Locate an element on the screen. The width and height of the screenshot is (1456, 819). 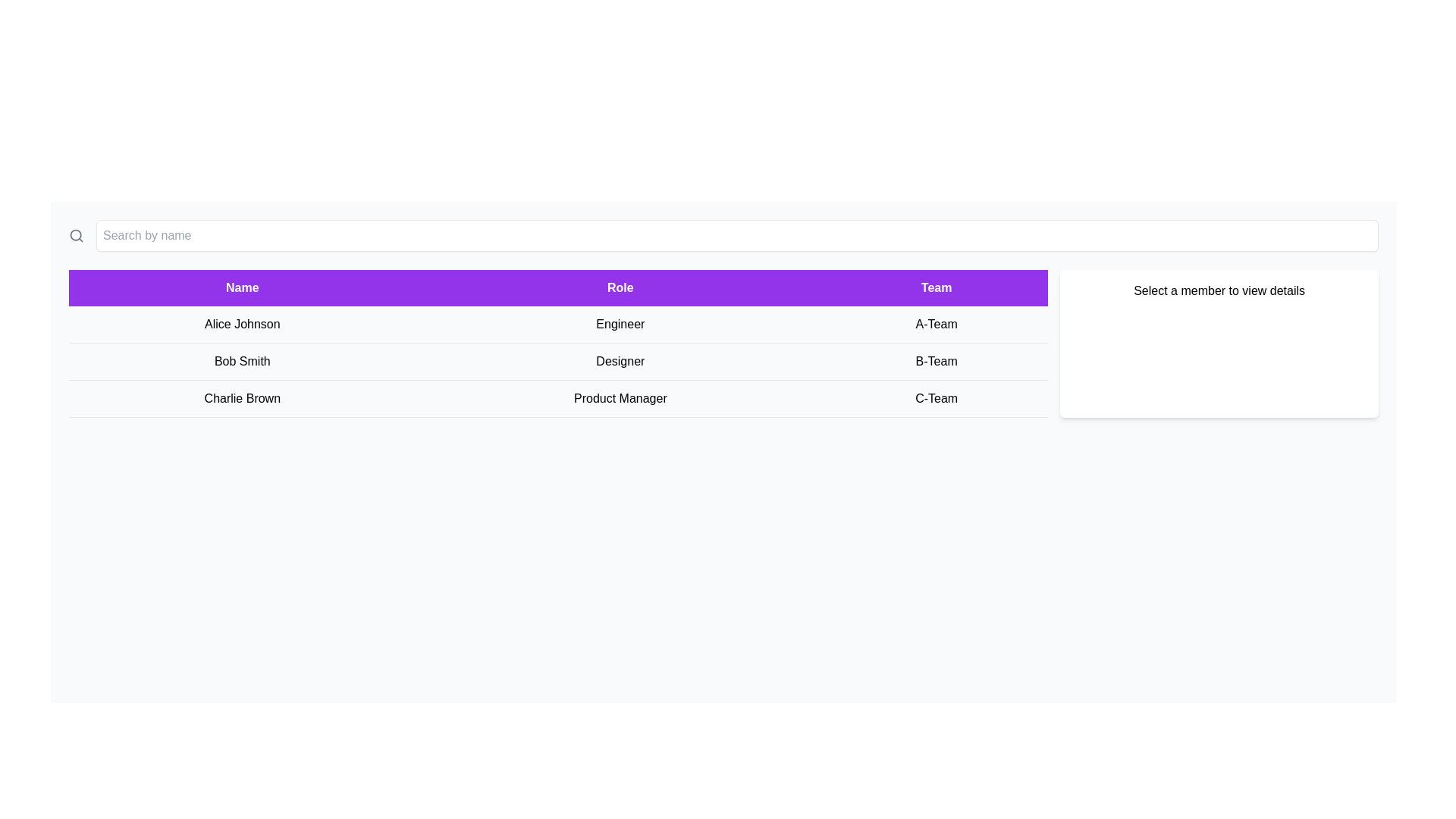
the circular part of the magnifying glass icon, which is located on the far left of the search bar at the top of the interface is located at coordinates (75, 235).